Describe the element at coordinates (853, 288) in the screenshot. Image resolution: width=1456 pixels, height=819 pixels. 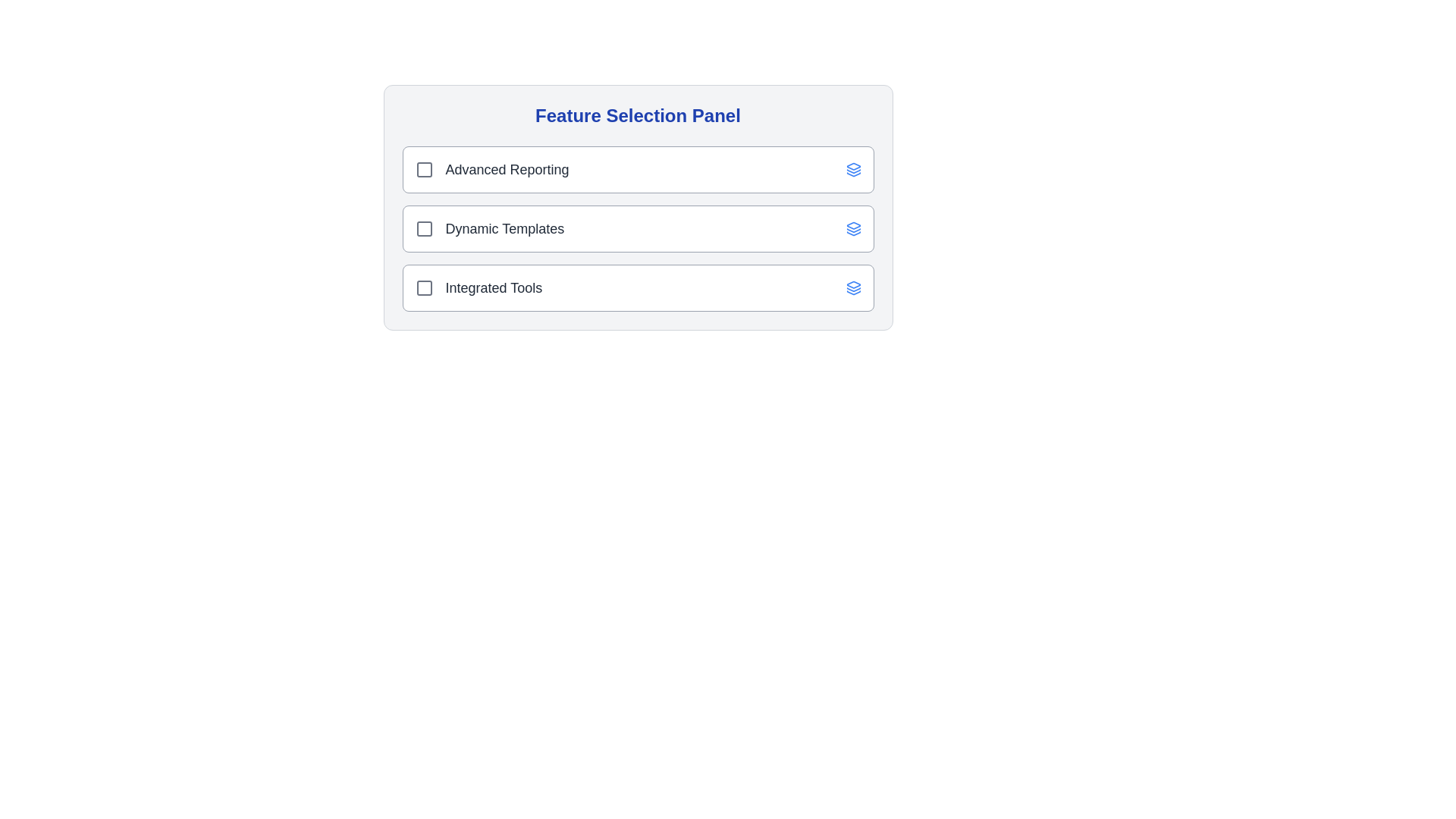
I see `the blue stacked layers icon located to the far right of the 'Integrated Tools' list item in the feature selection panel` at that location.